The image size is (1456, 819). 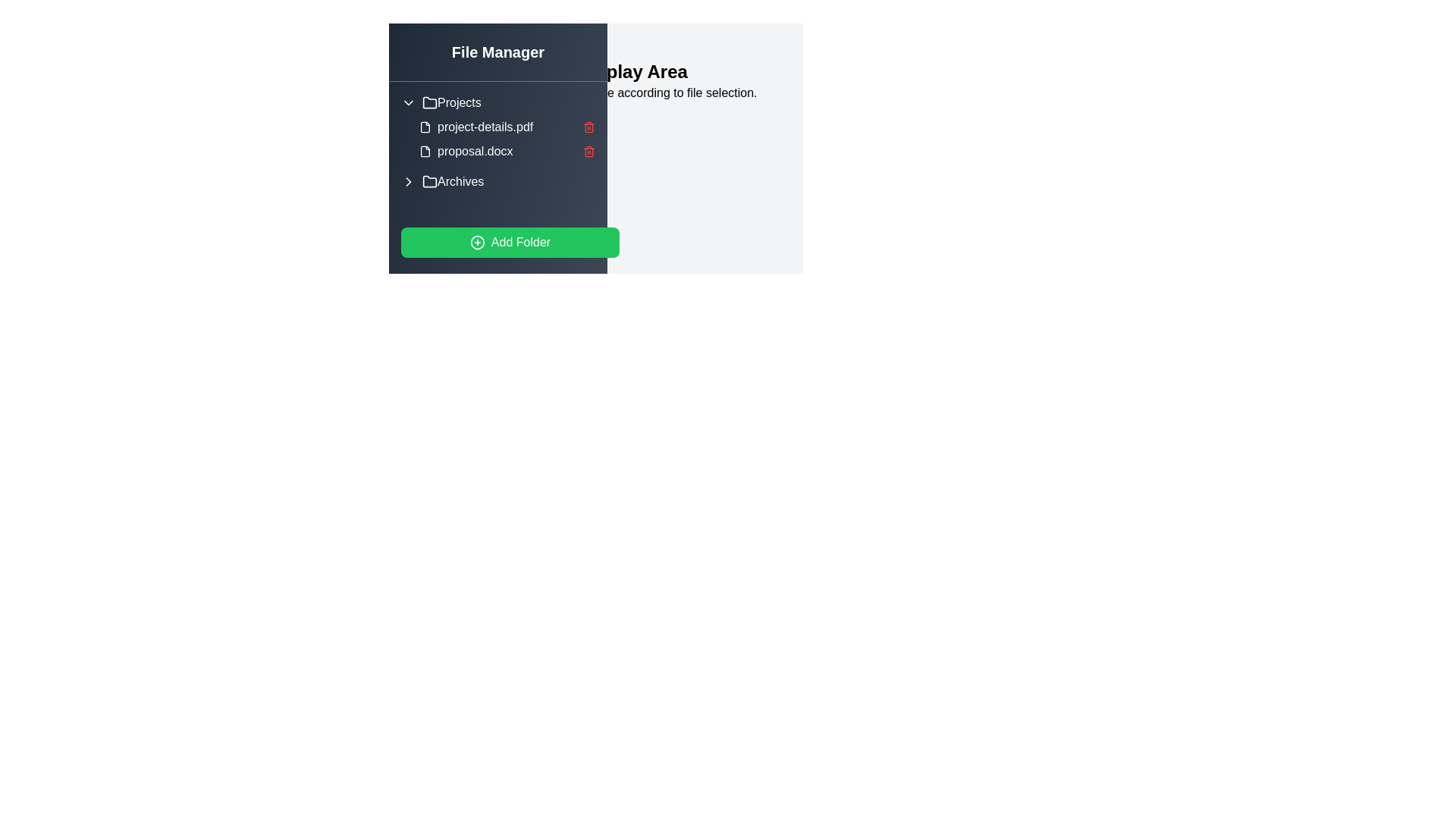 What do you see at coordinates (428, 102) in the screenshot?
I see `the folder icon located in the 'Projects' section of the 'File Manager' sidebar, adjacent to the 'Projects' label` at bounding box center [428, 102].